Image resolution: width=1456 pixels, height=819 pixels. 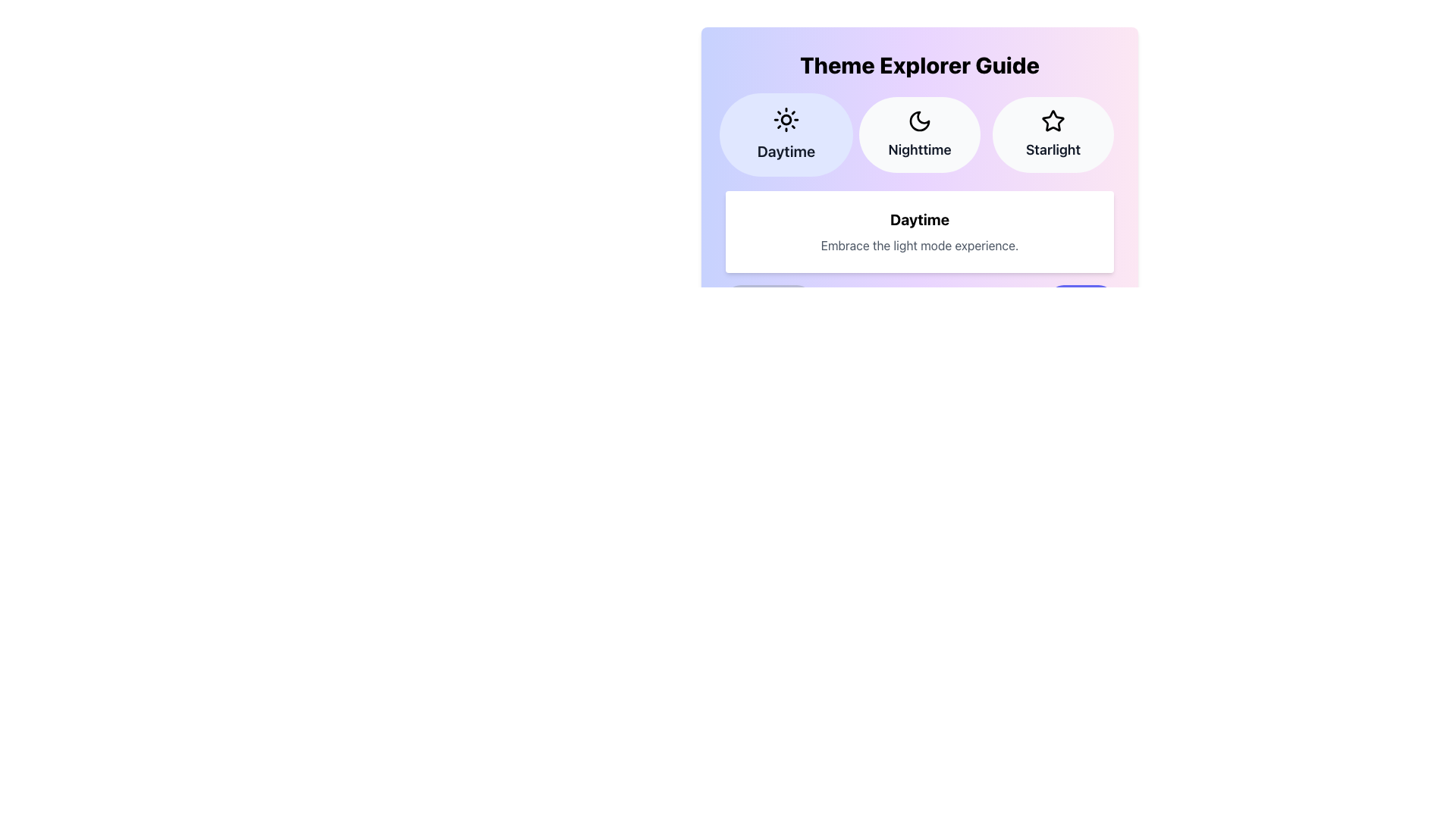 What do you see at coordinates (919, 120) in the screenshot?
I see `the 'Nighttime' theme icon in the 'Theme Explorer Guide' interface, which is centrally located between the 'Daytime' and 'Starlight' cards` at bounding box center [919, 120].